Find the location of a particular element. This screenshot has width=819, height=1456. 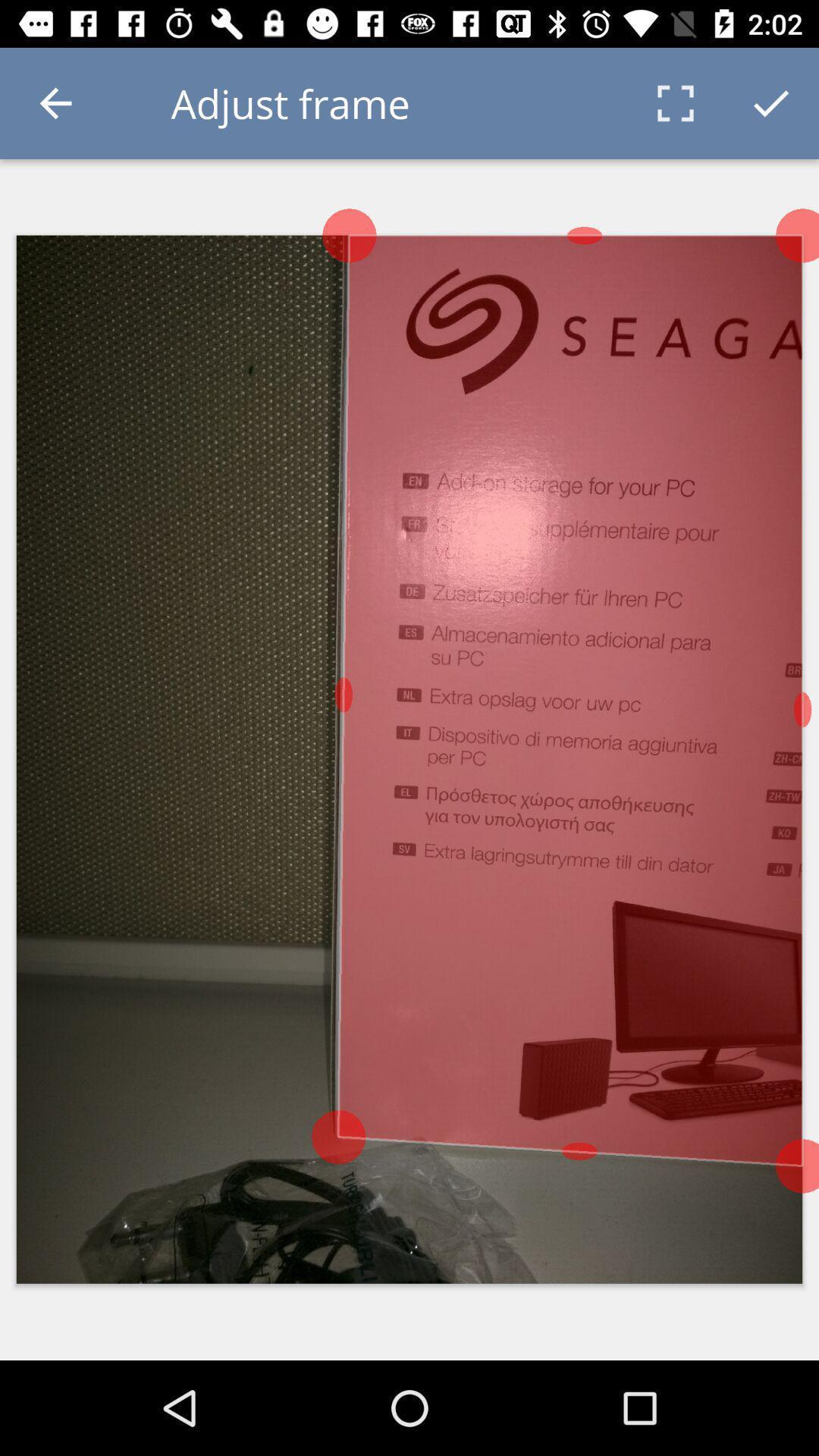

icon at the top left corner is located at coordinates (55, 102).